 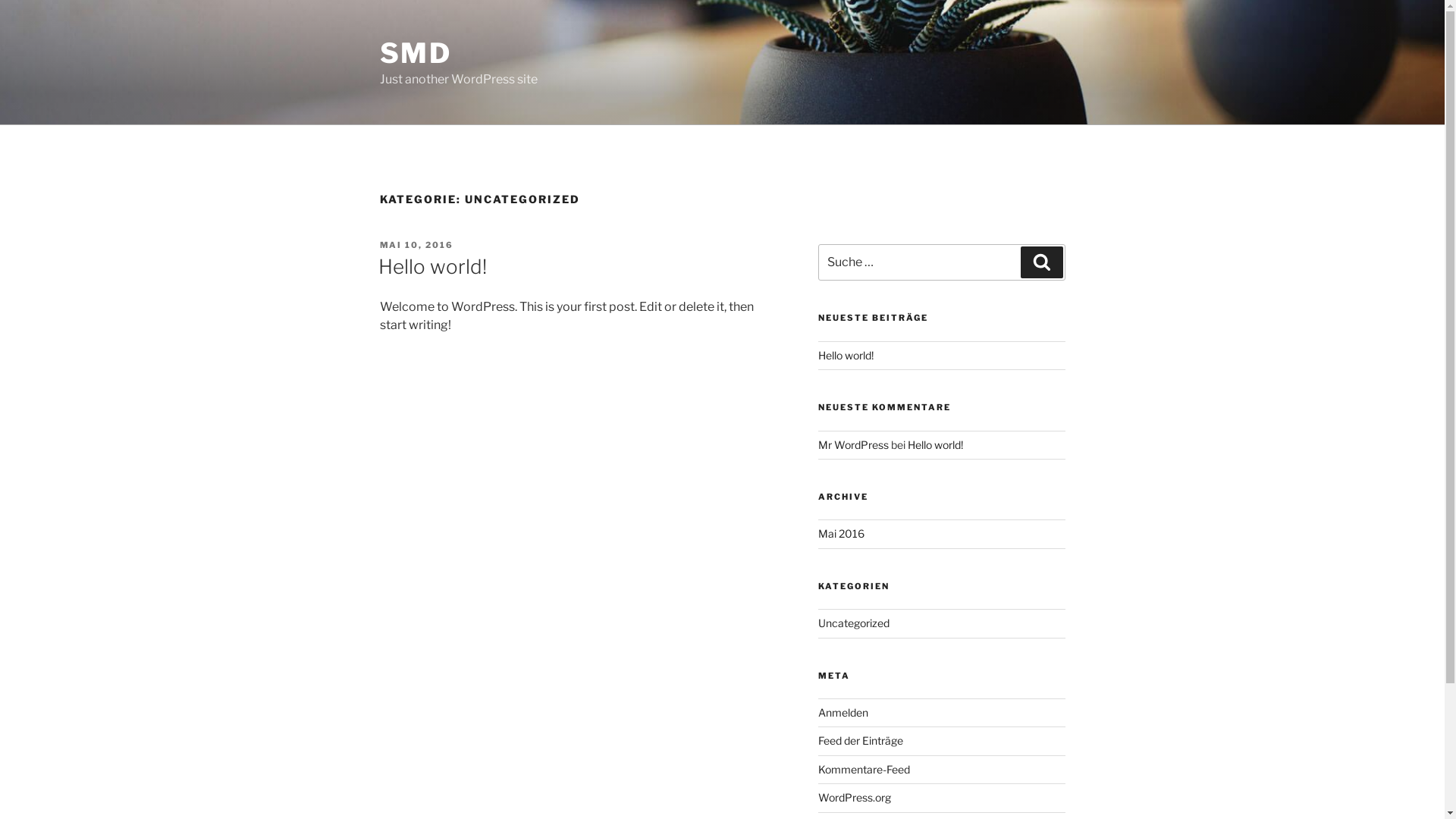 I want to click on 'Mai 2016', so click(x=840, y=532).